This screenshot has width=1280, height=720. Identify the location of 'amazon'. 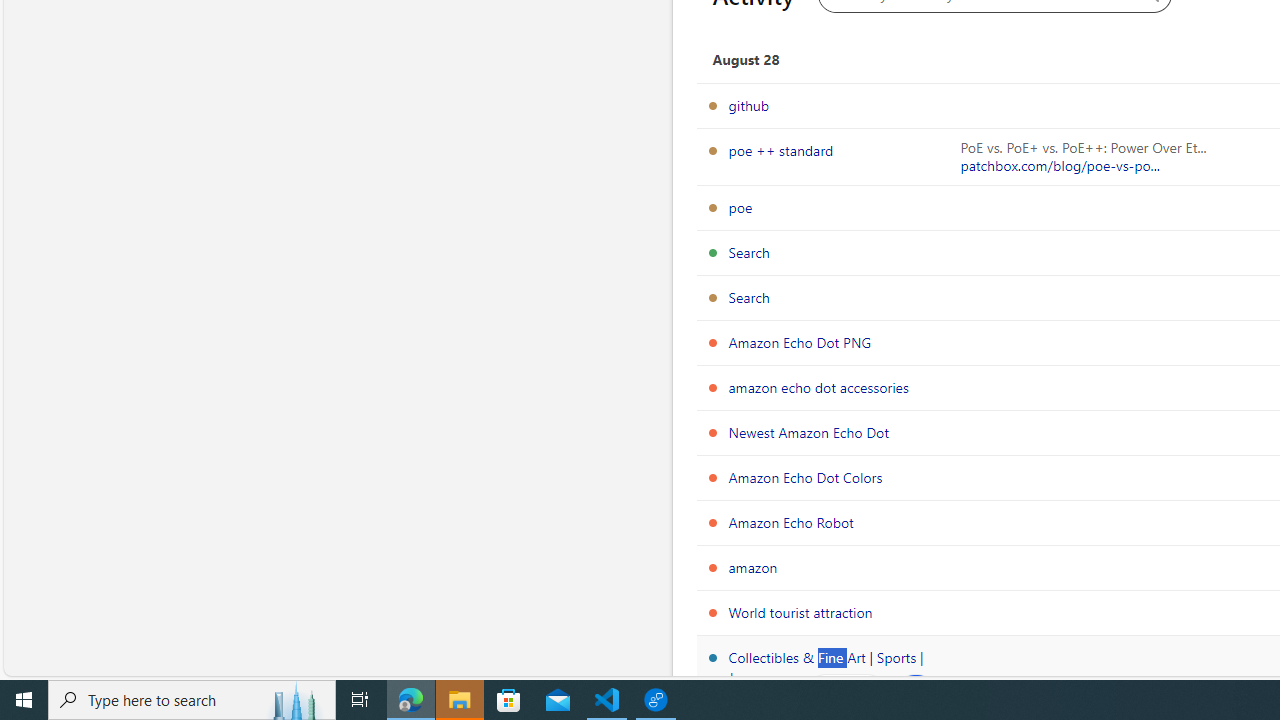
(752, 567).